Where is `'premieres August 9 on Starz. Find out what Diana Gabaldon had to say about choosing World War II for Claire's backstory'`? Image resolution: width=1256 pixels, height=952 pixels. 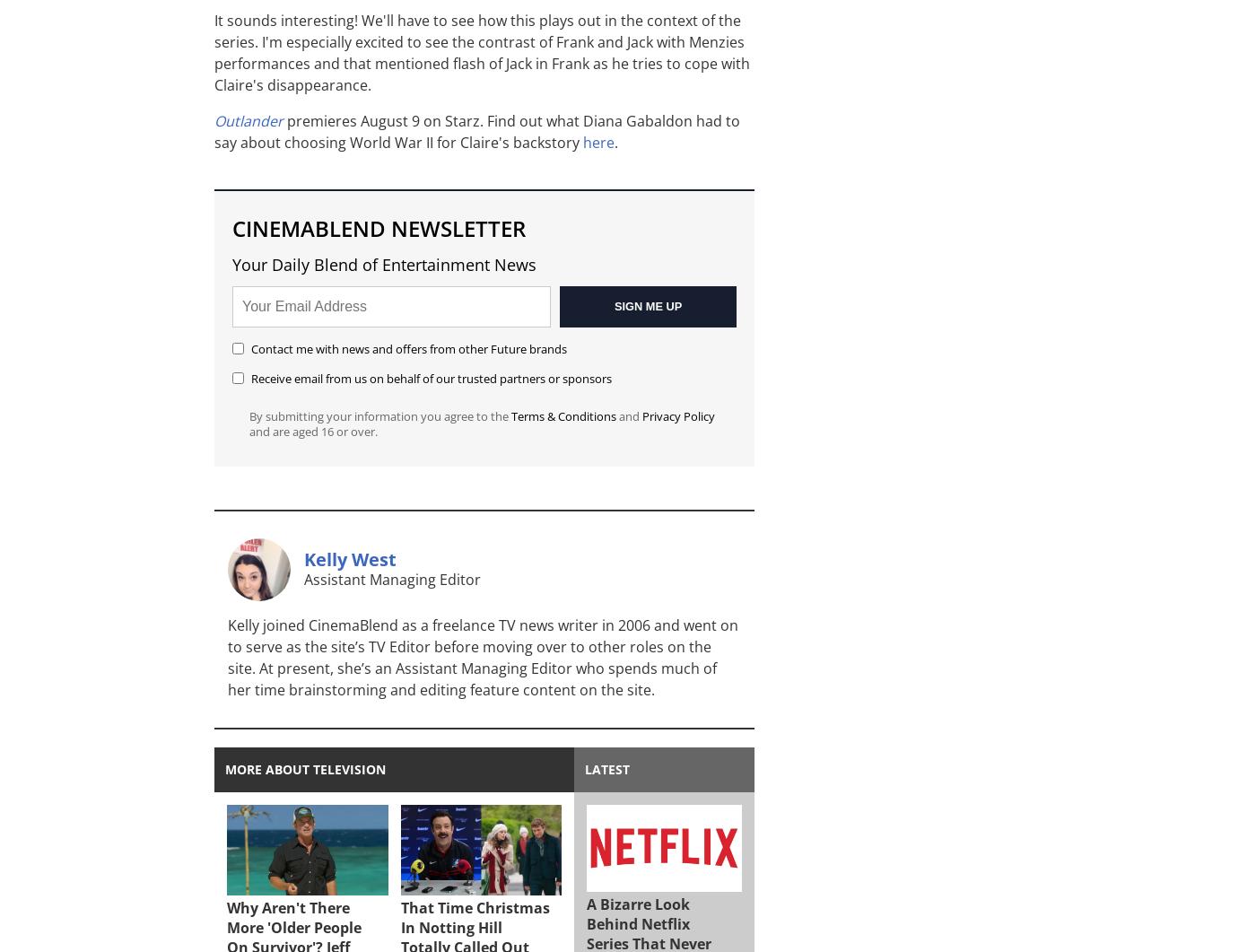 'premieres August 9 on Starz. Find out what Diana Gabaldon had to say about choosing World War II for Claire's backstory' is located at coordinates (477, 131).